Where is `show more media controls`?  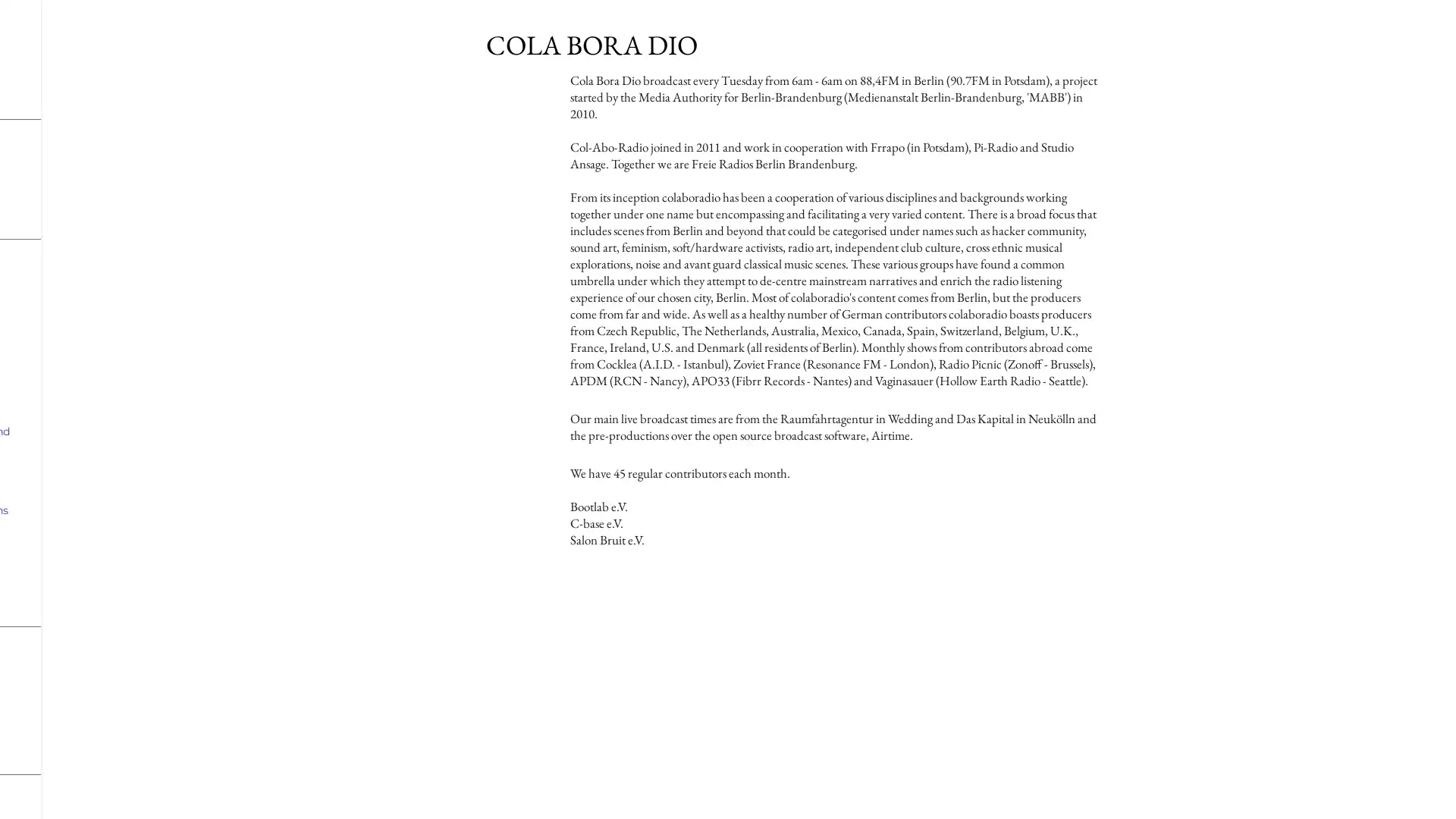
show more media controls is located at coordinates (139, 184).